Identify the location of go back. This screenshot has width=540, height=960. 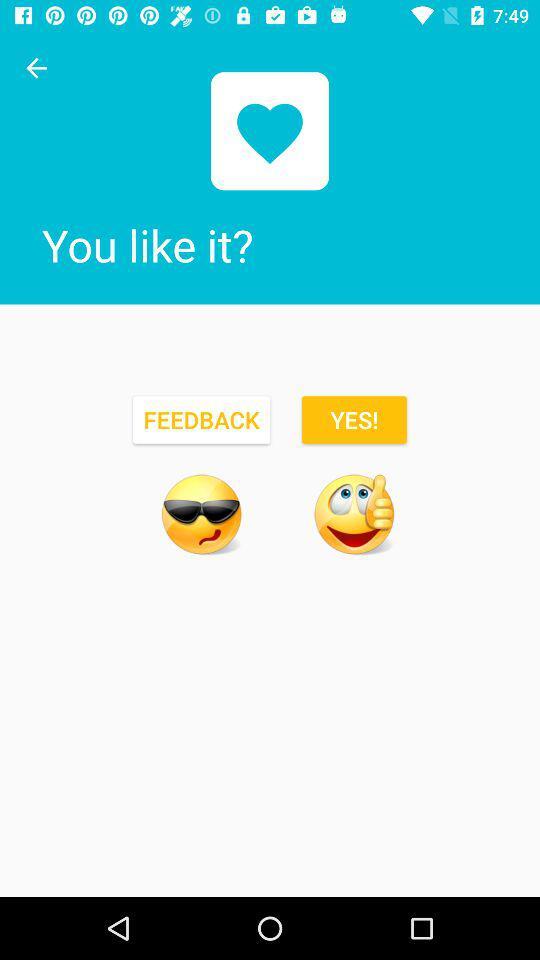
(36, 68).